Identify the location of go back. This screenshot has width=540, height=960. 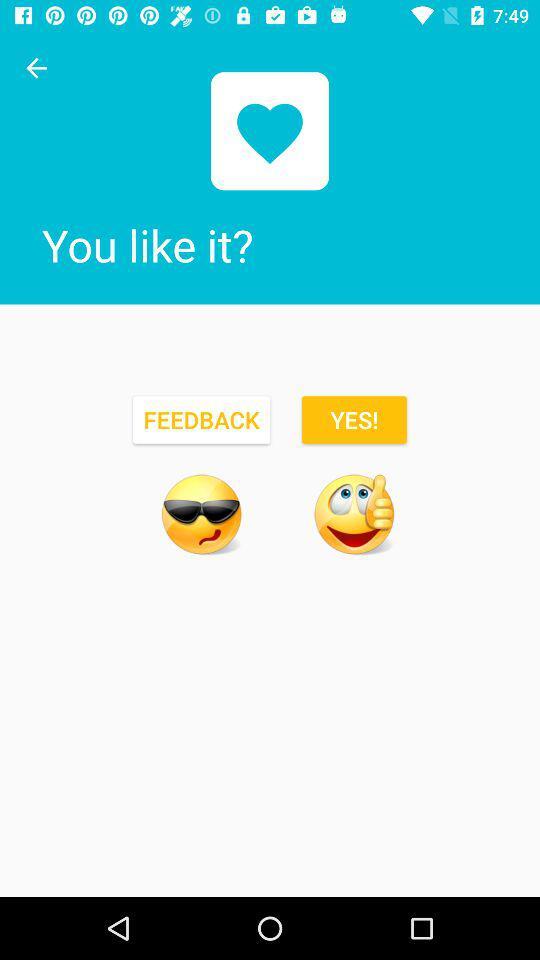
(36, 68).